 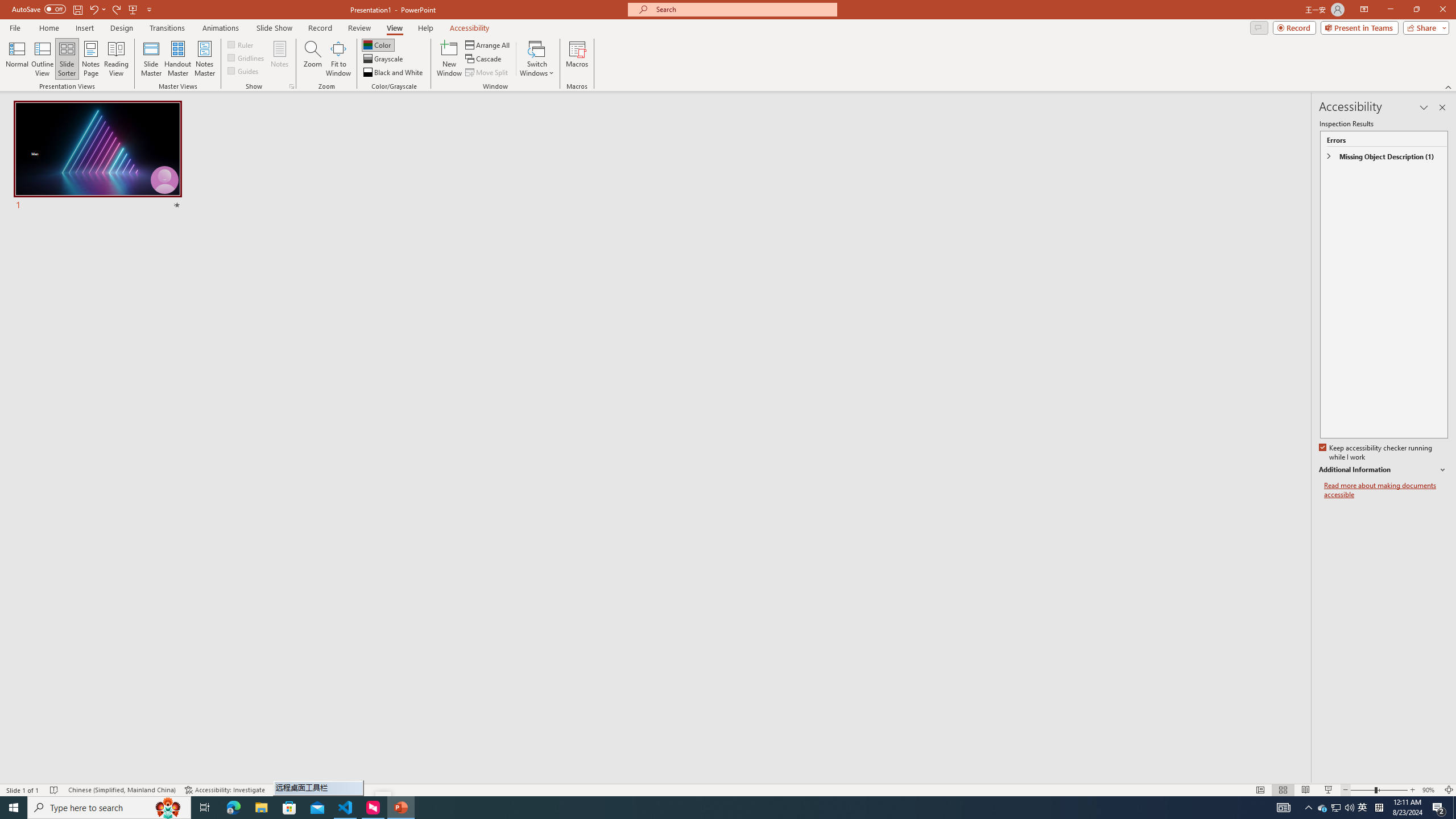 What do you see at coordinates (243, 69) in the screenshot?
I see `'Guides'` at bounding box center [243, 69].